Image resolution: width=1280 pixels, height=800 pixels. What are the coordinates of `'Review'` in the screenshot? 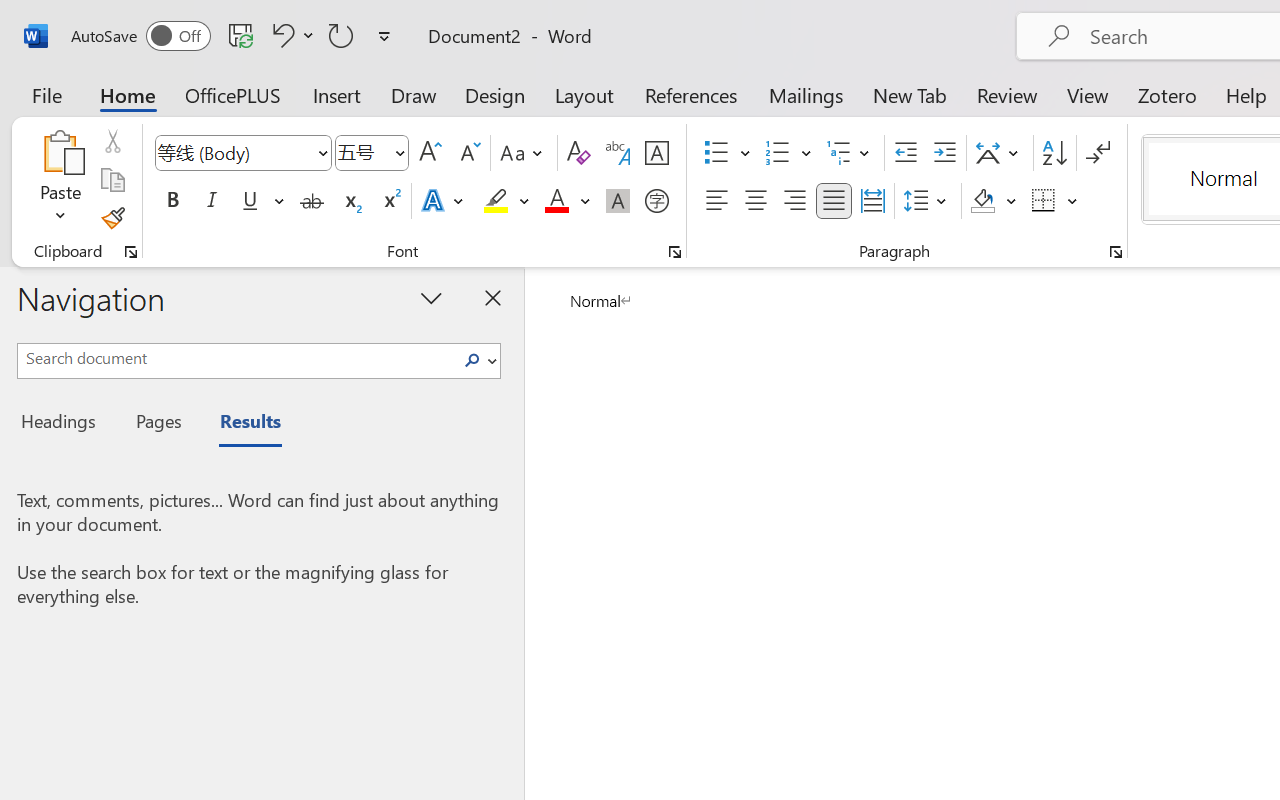 It's located at (1007, 94).